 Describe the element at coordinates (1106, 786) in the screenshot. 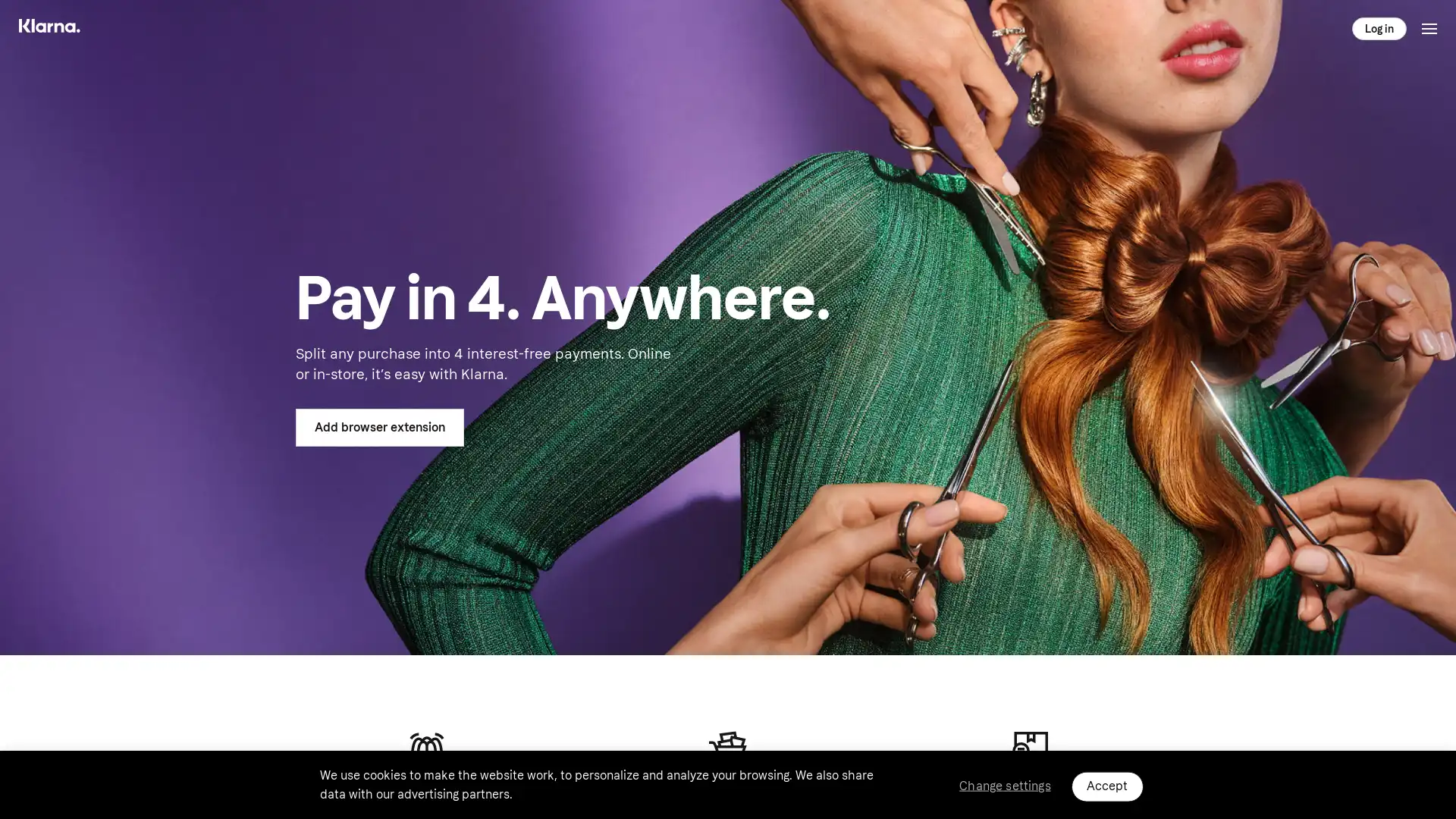

I see `Accept` at that location.